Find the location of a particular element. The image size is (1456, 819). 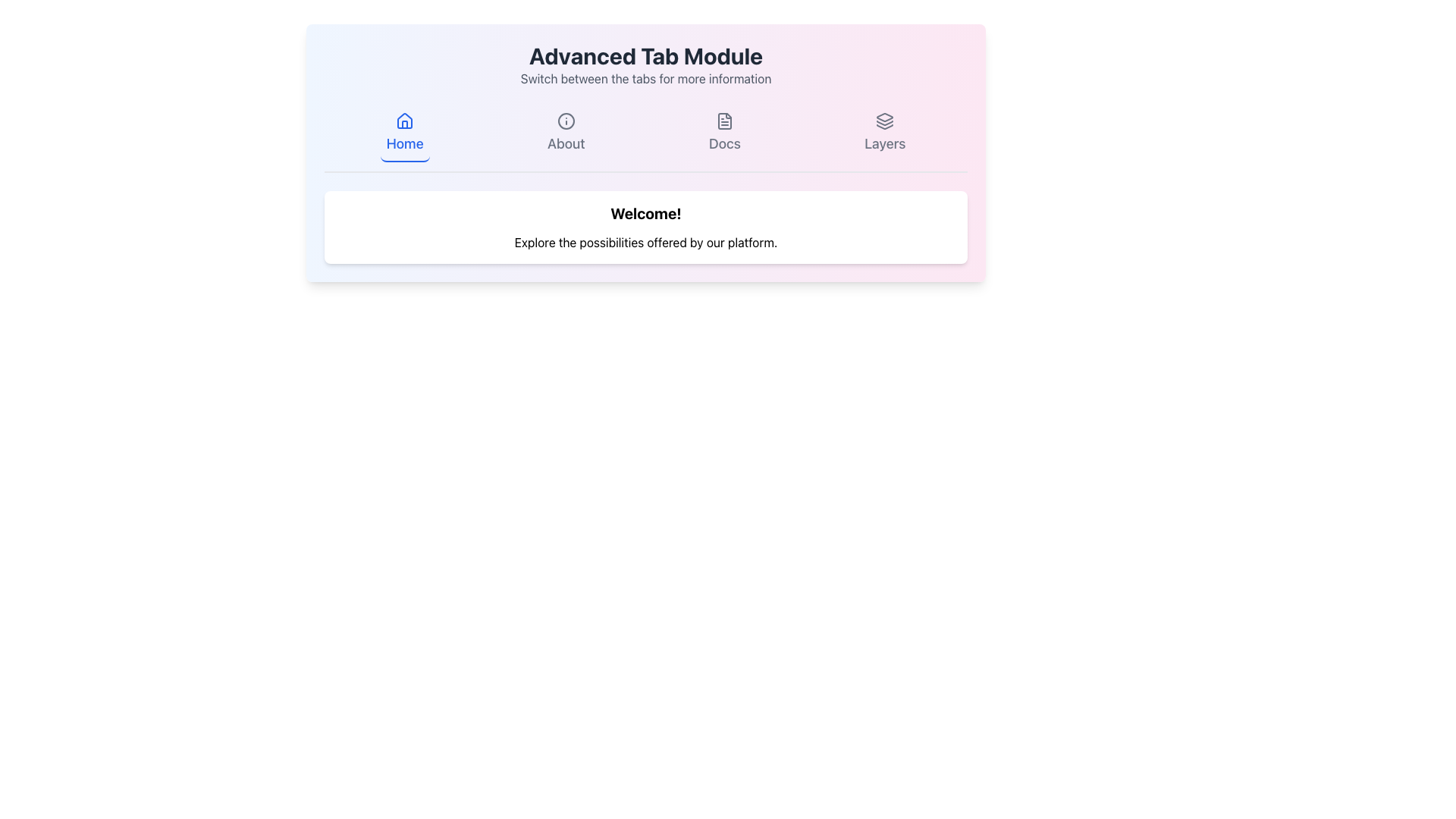

the 'Docs' text label, which is a medium gray colored tab located centrally in the navigation section beneath 'Advanced Tab Module' is located at coordinates (723, 143).